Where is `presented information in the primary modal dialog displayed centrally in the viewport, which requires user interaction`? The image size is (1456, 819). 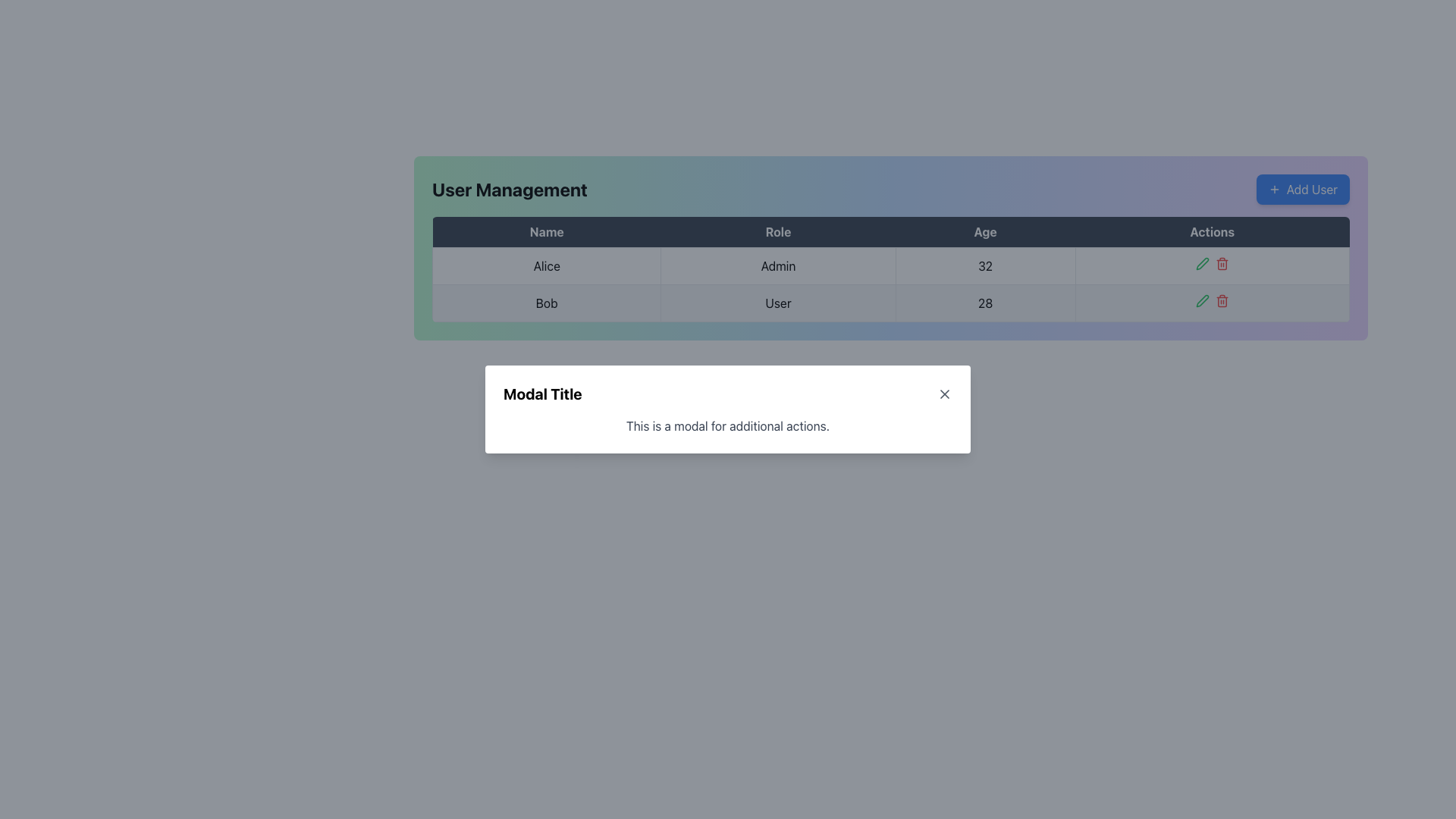 presented information in the primary modal dialog displayed centrally in the viewport, which requires user interaction is located at coordinates (728, 409).